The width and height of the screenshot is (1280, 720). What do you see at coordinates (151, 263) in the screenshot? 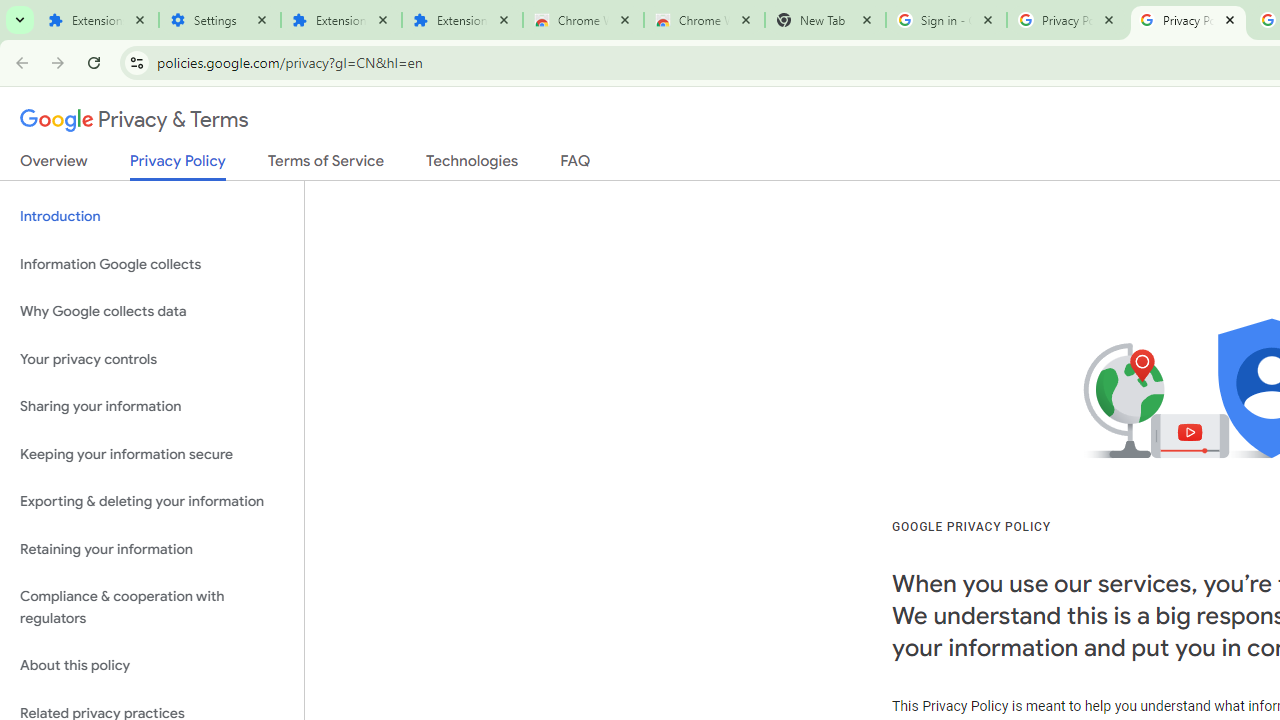
I see `'Information Google collects'` at bounding box center [151, 263].